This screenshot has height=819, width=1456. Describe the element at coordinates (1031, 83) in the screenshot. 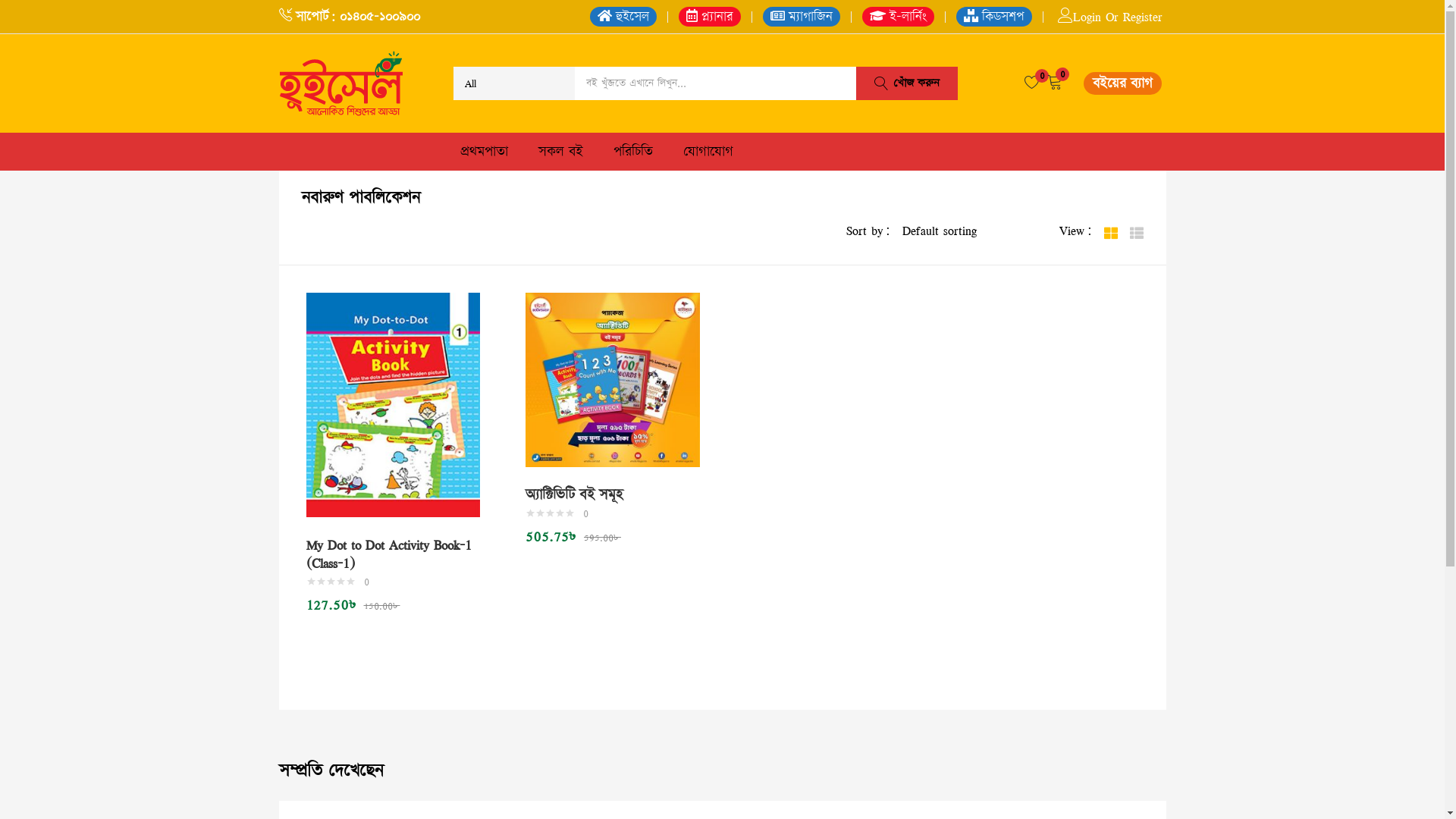

I see `'0'` at that location.